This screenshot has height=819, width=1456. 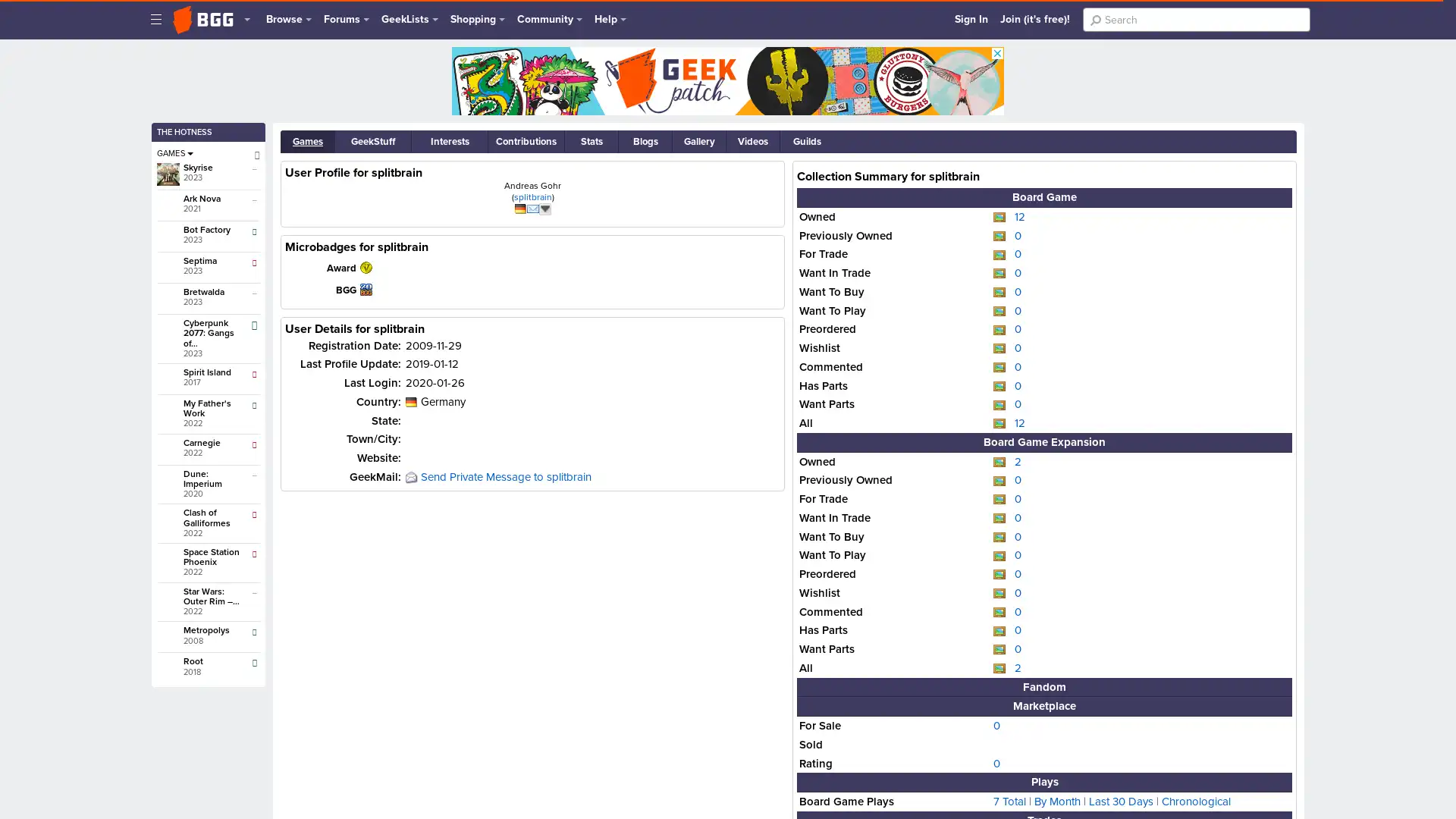 What do you see at coordinates (971, 19) in the screenshot?
I see `Sign In` at bounding box center [971, 19].